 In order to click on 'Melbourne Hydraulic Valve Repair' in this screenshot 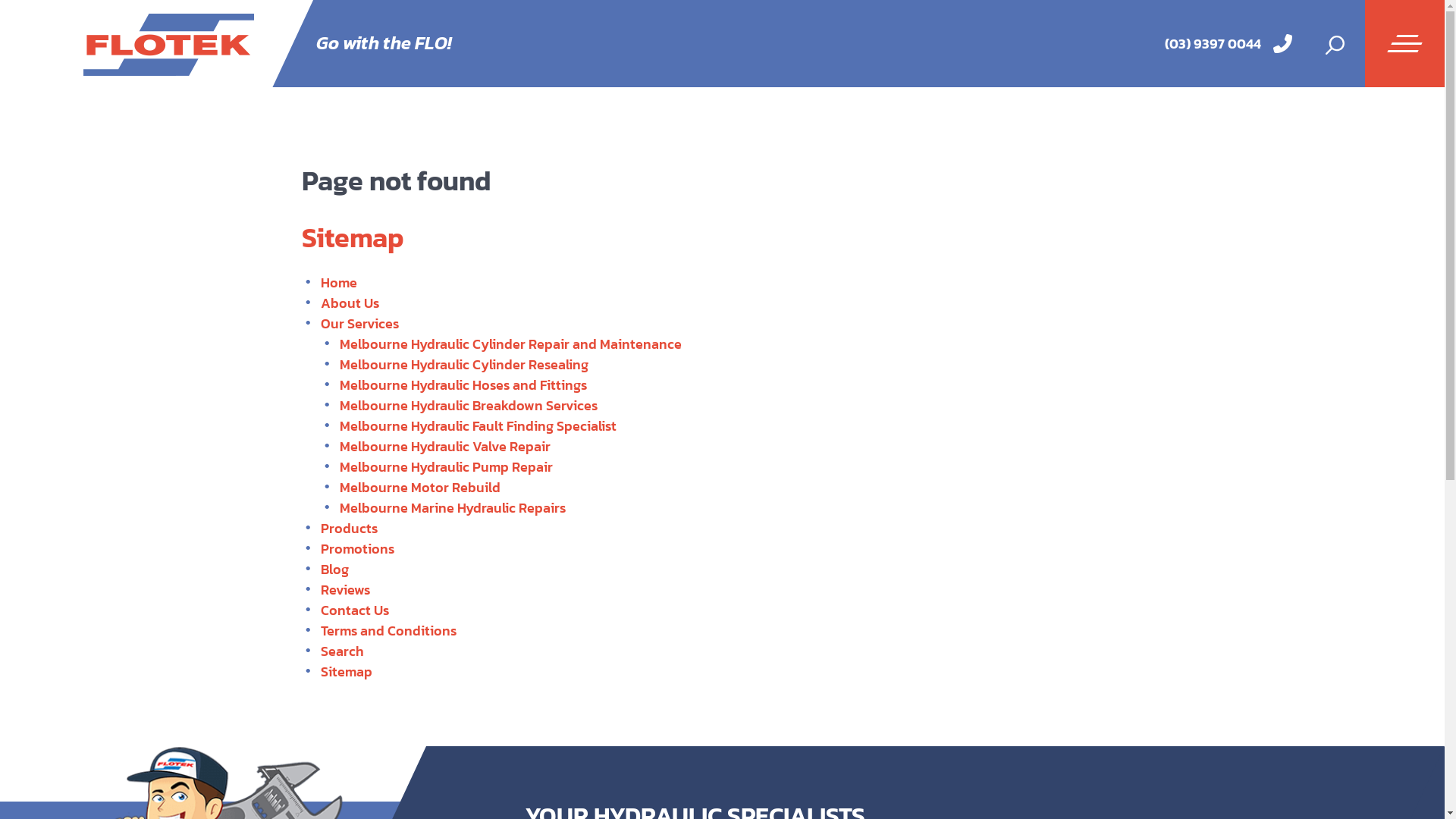, I will do `click(444, 445)`.